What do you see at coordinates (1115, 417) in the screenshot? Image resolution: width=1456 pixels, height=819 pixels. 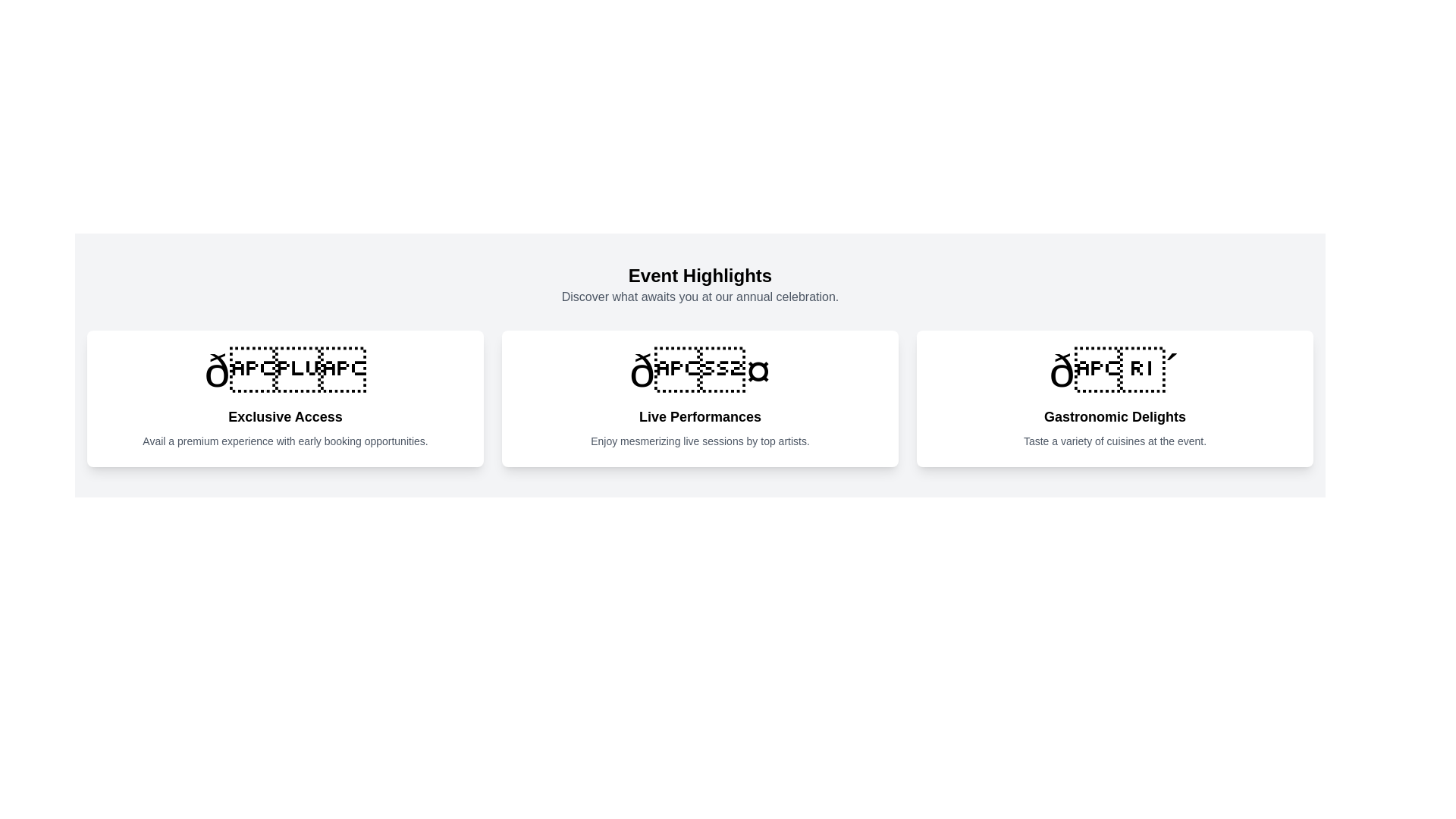 I see `text label displaying 'Gastronomic Delights' which is styled in bold black font, located at the center of the rightmost feature card` at bounding box center [1115, 417].